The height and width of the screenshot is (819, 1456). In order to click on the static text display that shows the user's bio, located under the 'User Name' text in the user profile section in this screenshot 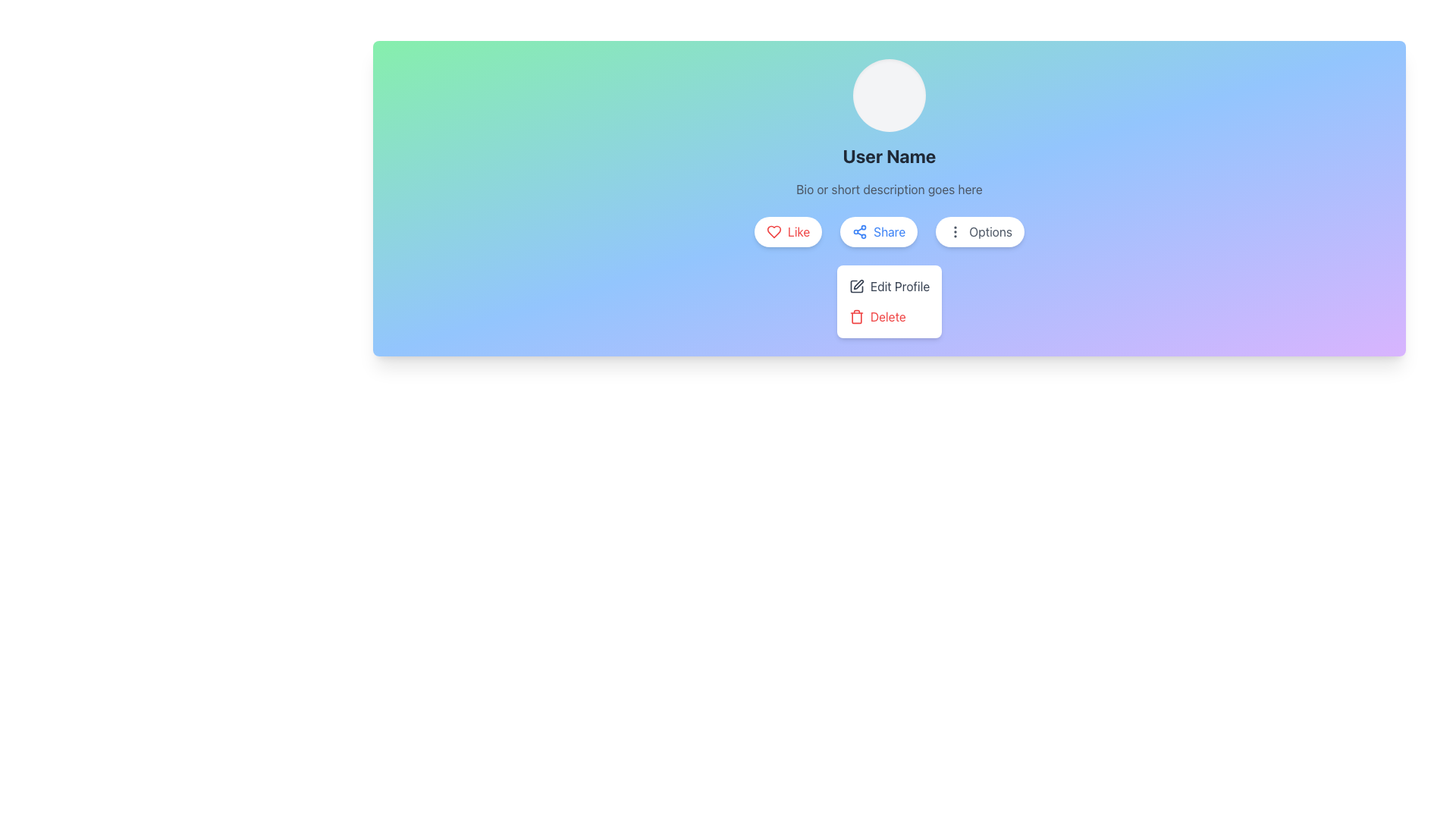, I will do `click(889, 189)`.